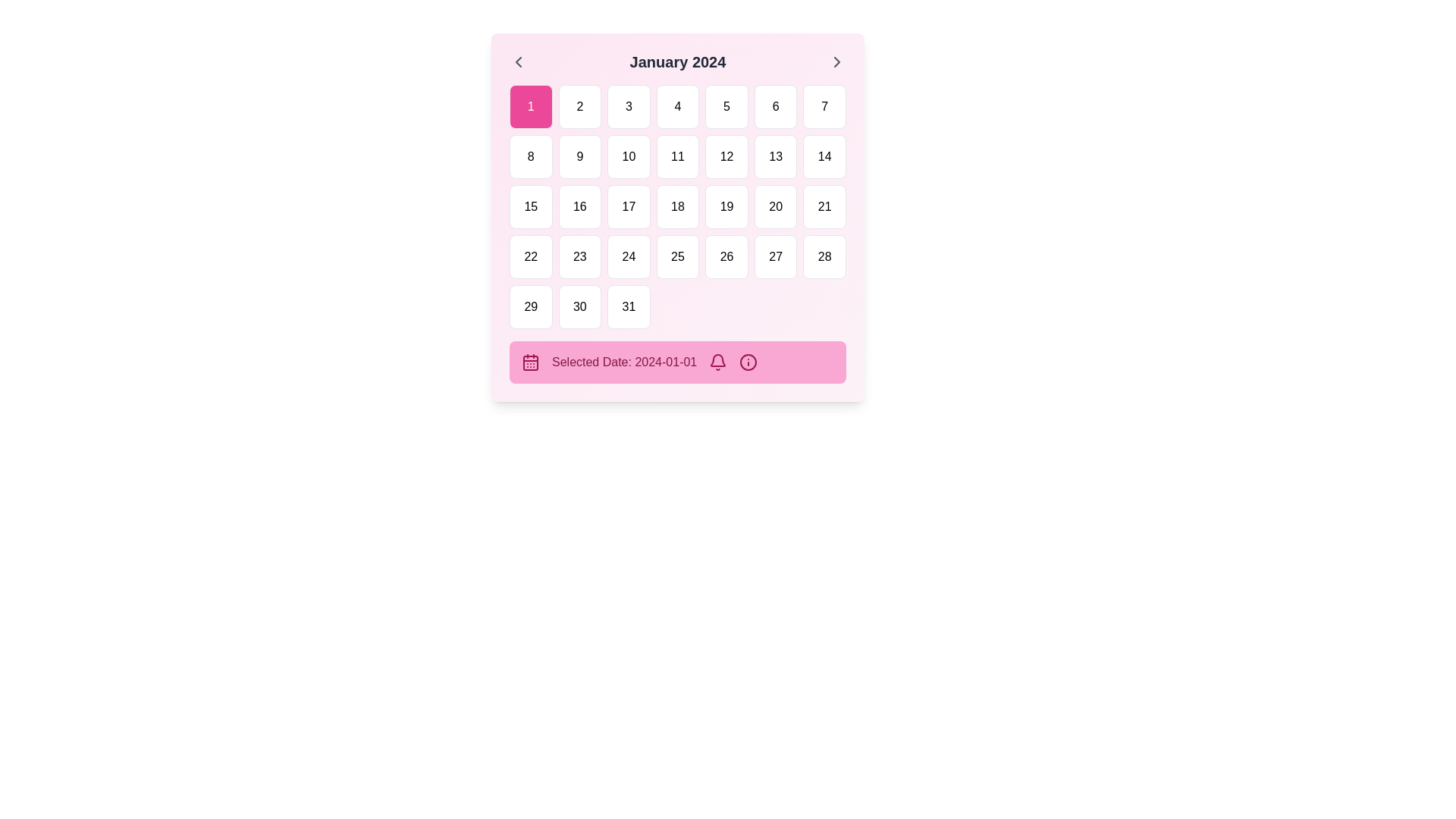 Image resolution: width=1456 pixels, height=819 pixels. I want to click on the calendar date cell displaying the number '29', which is styled as a rounded rectangle with a white background, black text, and a grey border, so click(531, 307).